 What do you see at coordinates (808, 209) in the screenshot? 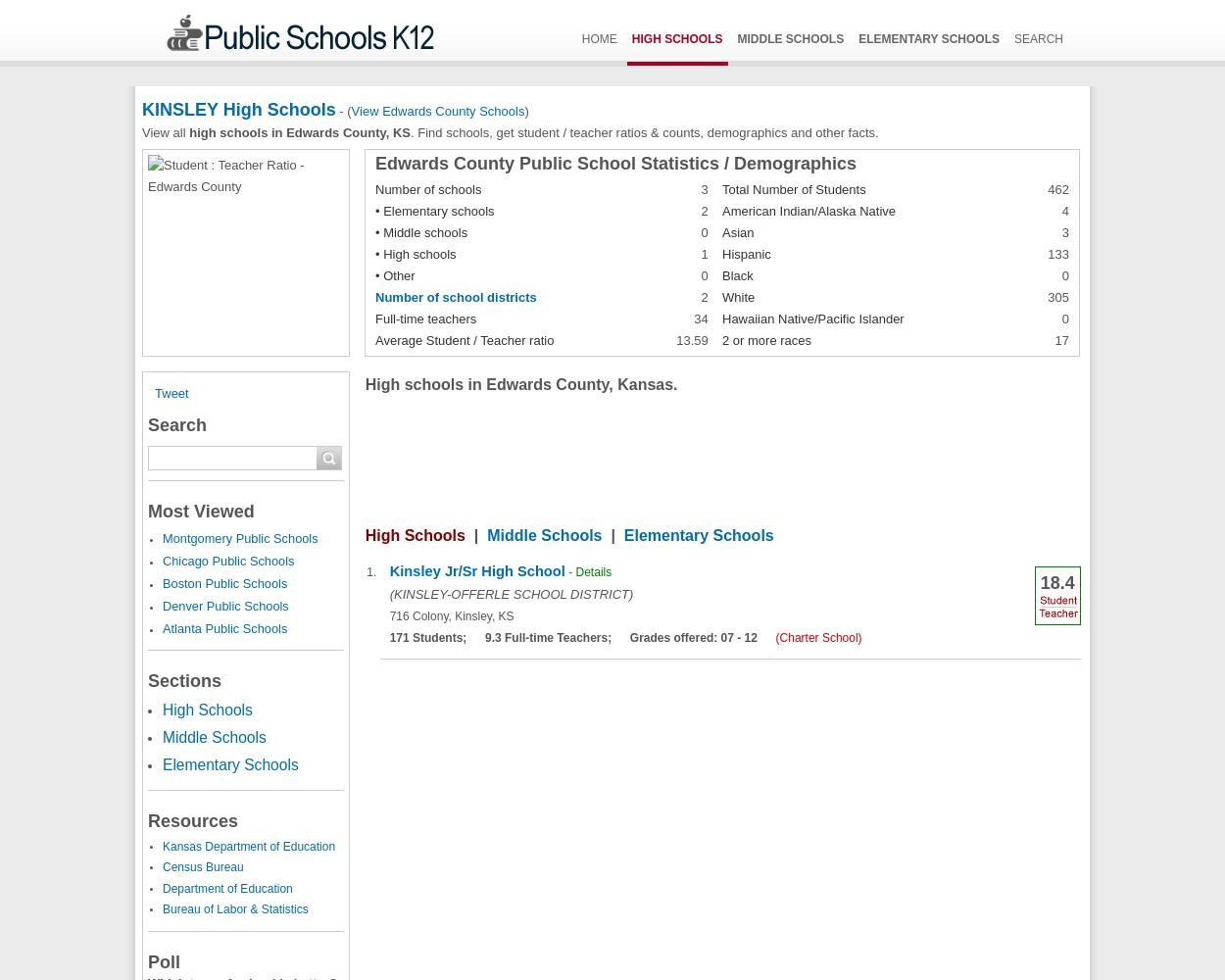
I see `'American Indian/Alaska Native'` at bounding box center [808, 209].